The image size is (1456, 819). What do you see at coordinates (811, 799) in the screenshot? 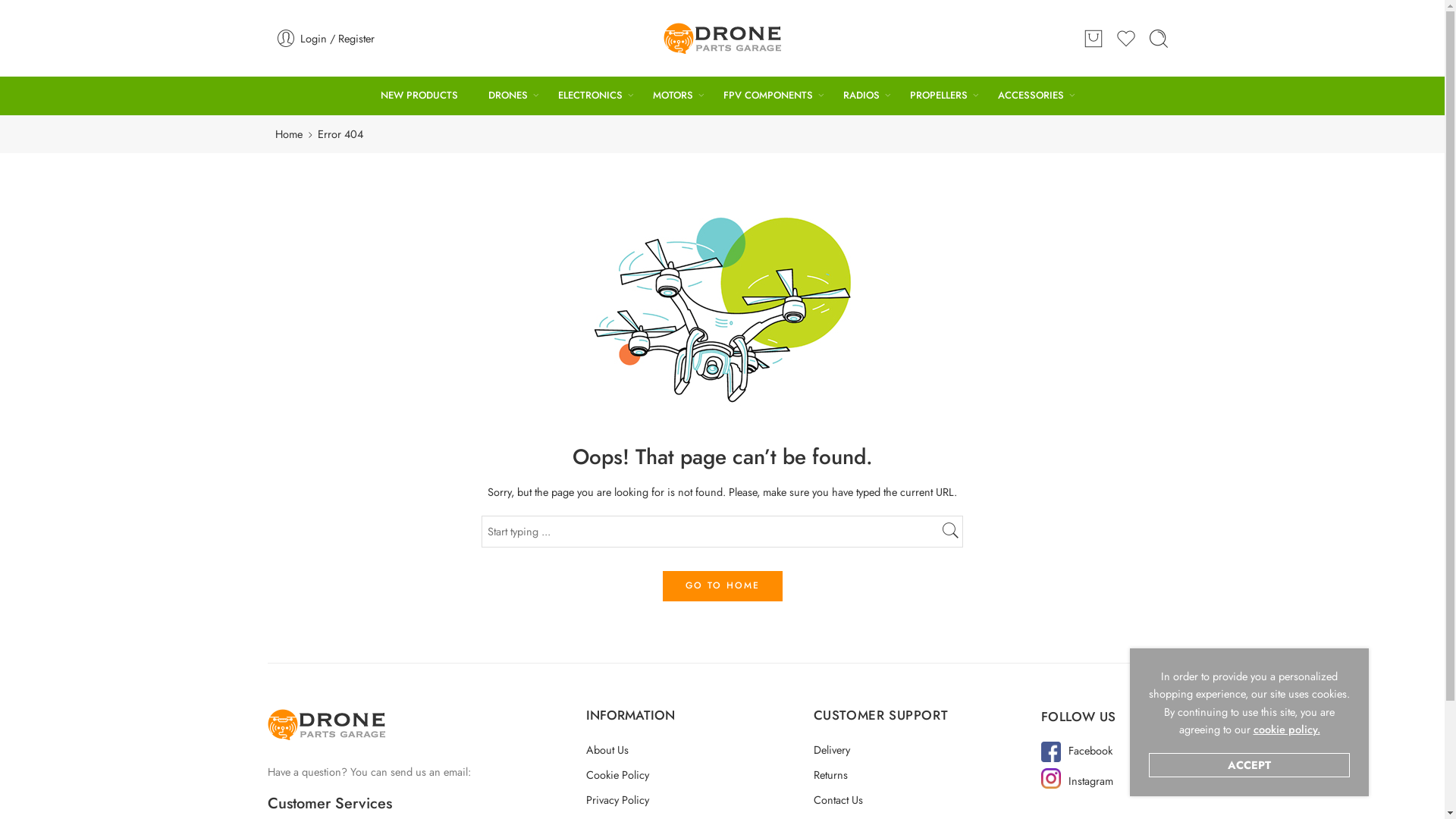
I see `'Contact Us'` at bounding box center [811, 799].